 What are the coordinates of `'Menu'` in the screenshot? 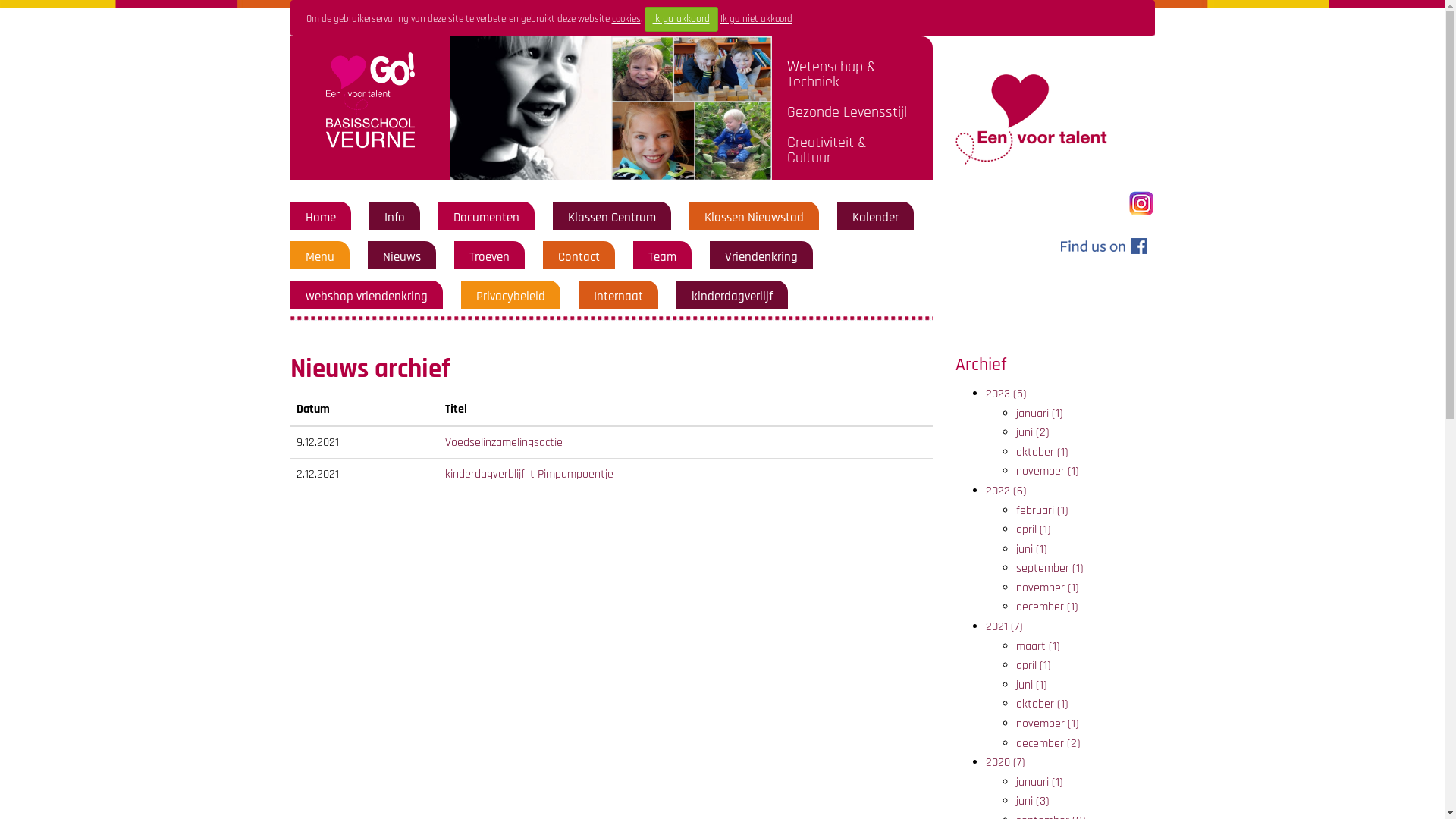 It's located at (318, 256).